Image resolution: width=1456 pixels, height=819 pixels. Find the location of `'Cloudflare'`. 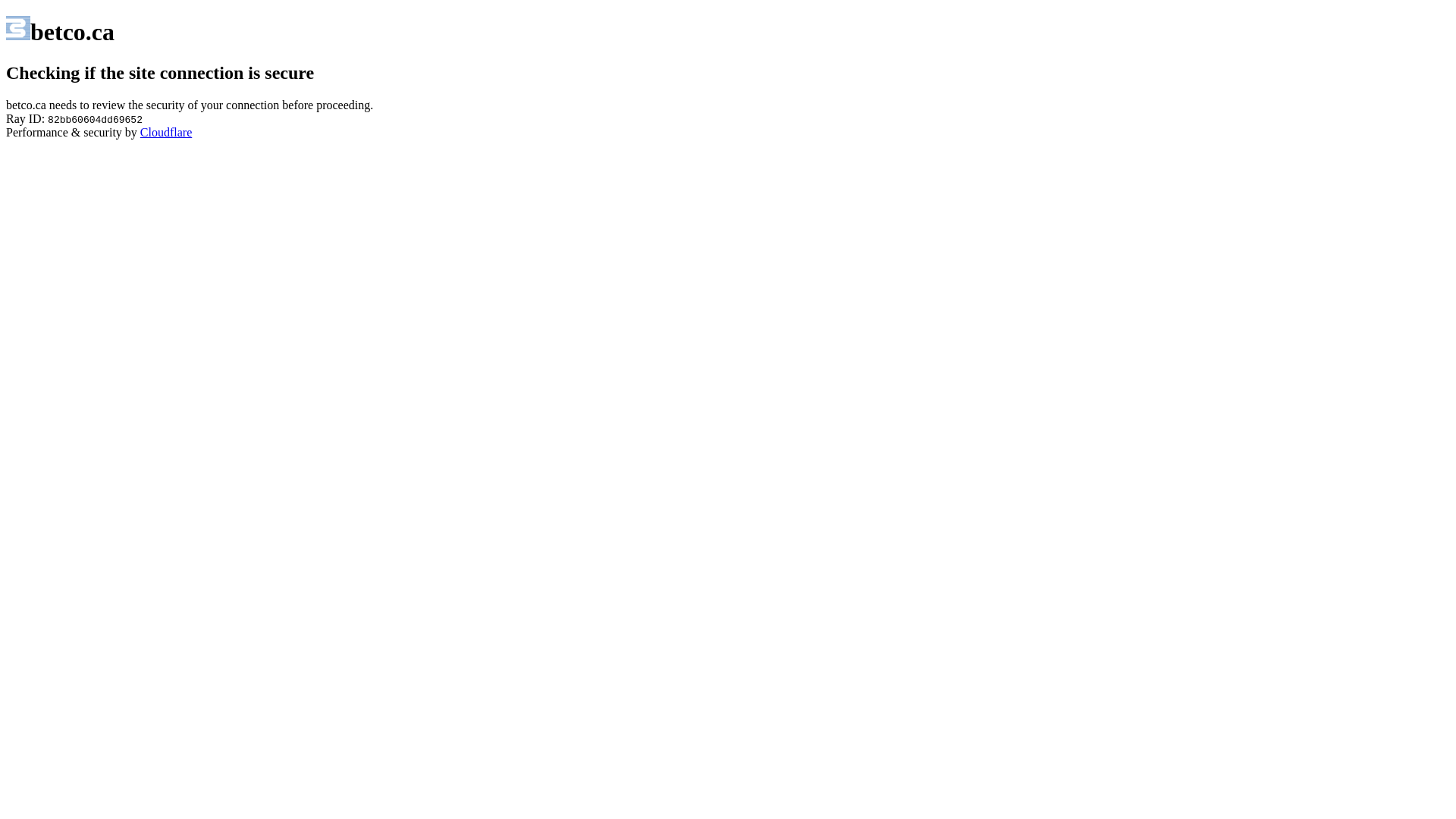

'Cloudflare' is located at coordinates (140, 131).